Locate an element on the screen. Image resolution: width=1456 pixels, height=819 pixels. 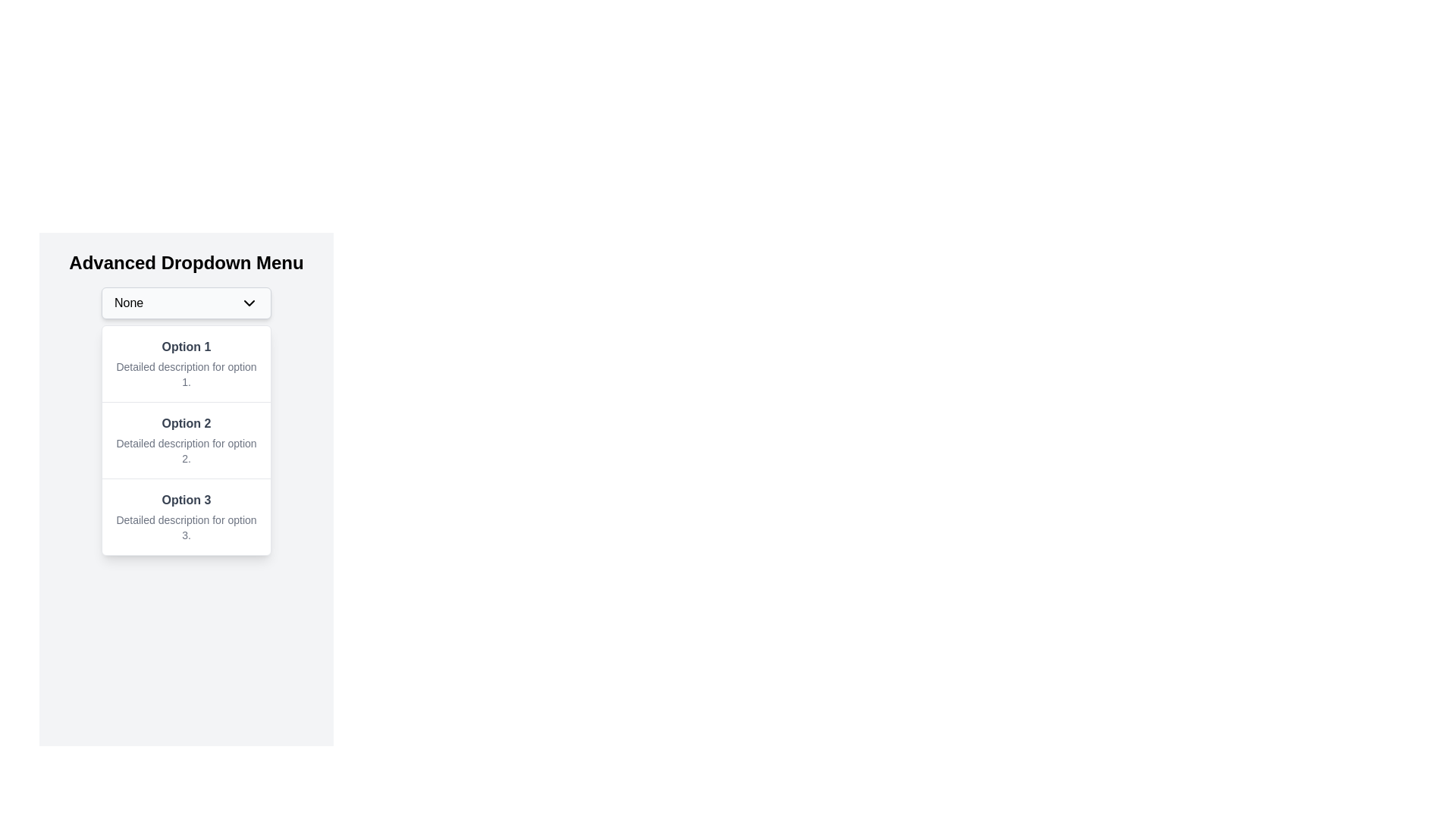
the second selectable item in the dropdown menu that provides information about 'Option 2', located between 'Option 1' and 'Option 3' is located at coordinates (185, 439).